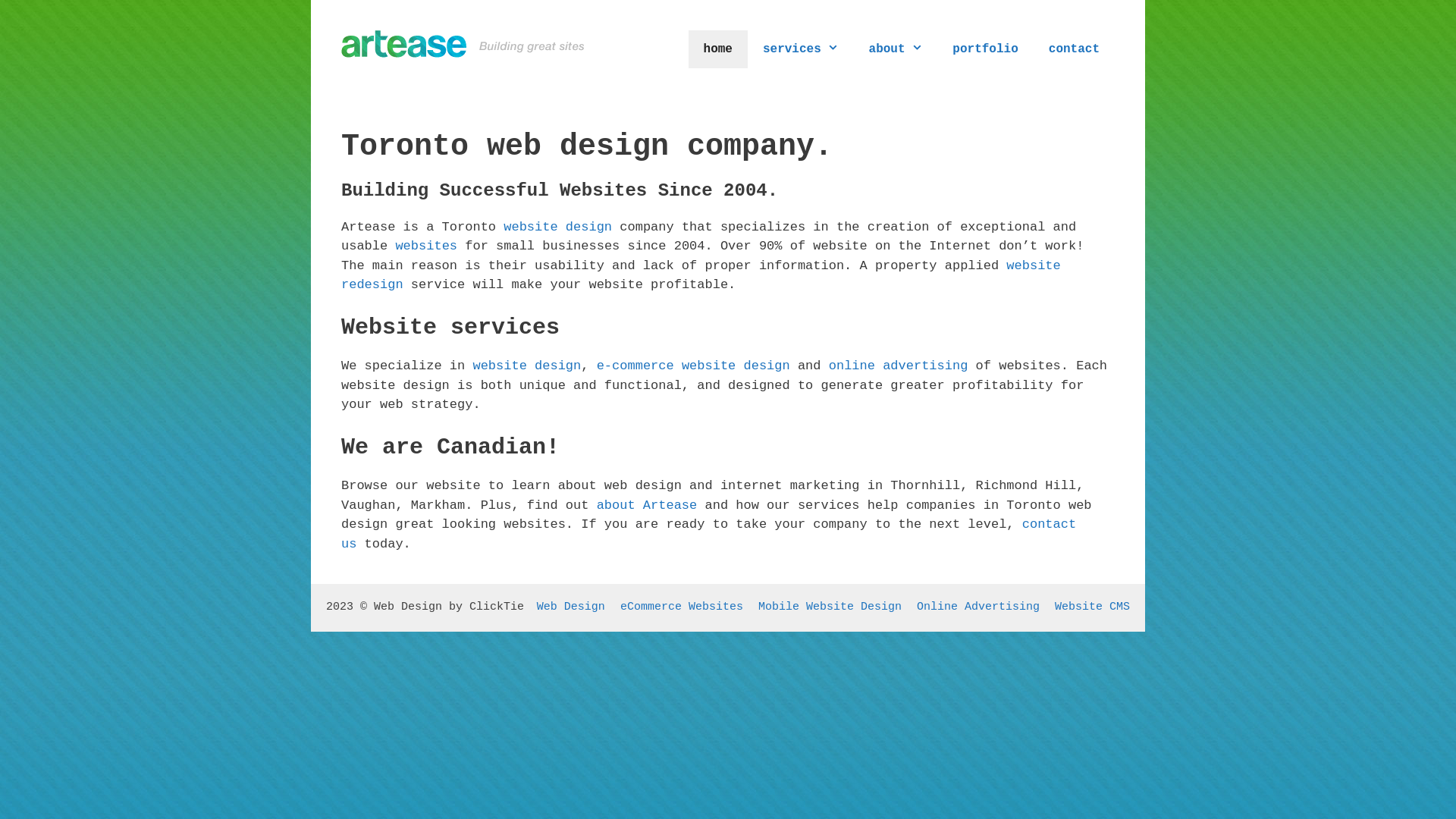 This screenshot has height=819, width=1456. I want to click on 'about', so click(896, 49).